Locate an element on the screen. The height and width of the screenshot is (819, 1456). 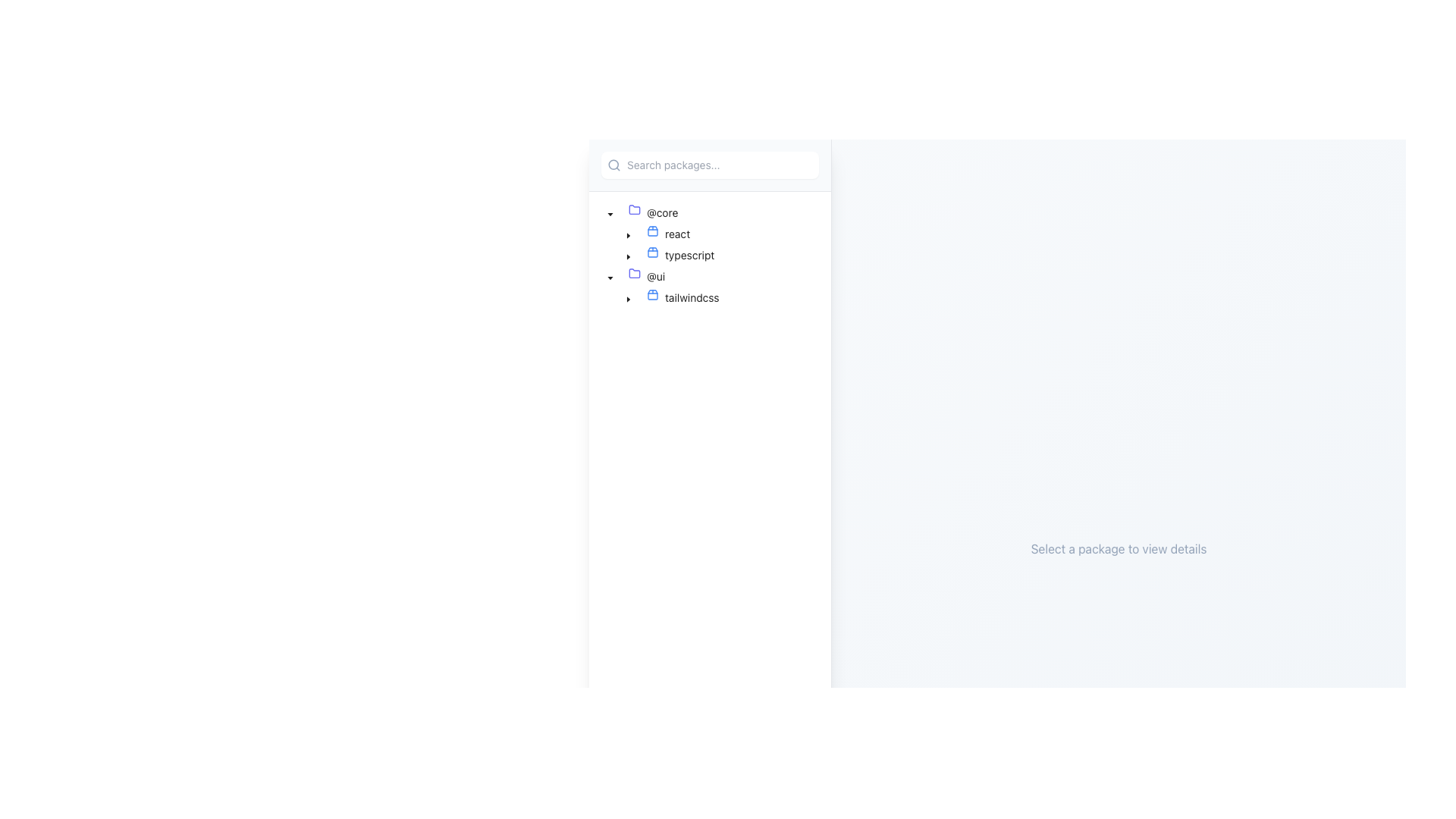
the downward-facing caret icon next to the label '@ui' is located at coordinates (610, 214).